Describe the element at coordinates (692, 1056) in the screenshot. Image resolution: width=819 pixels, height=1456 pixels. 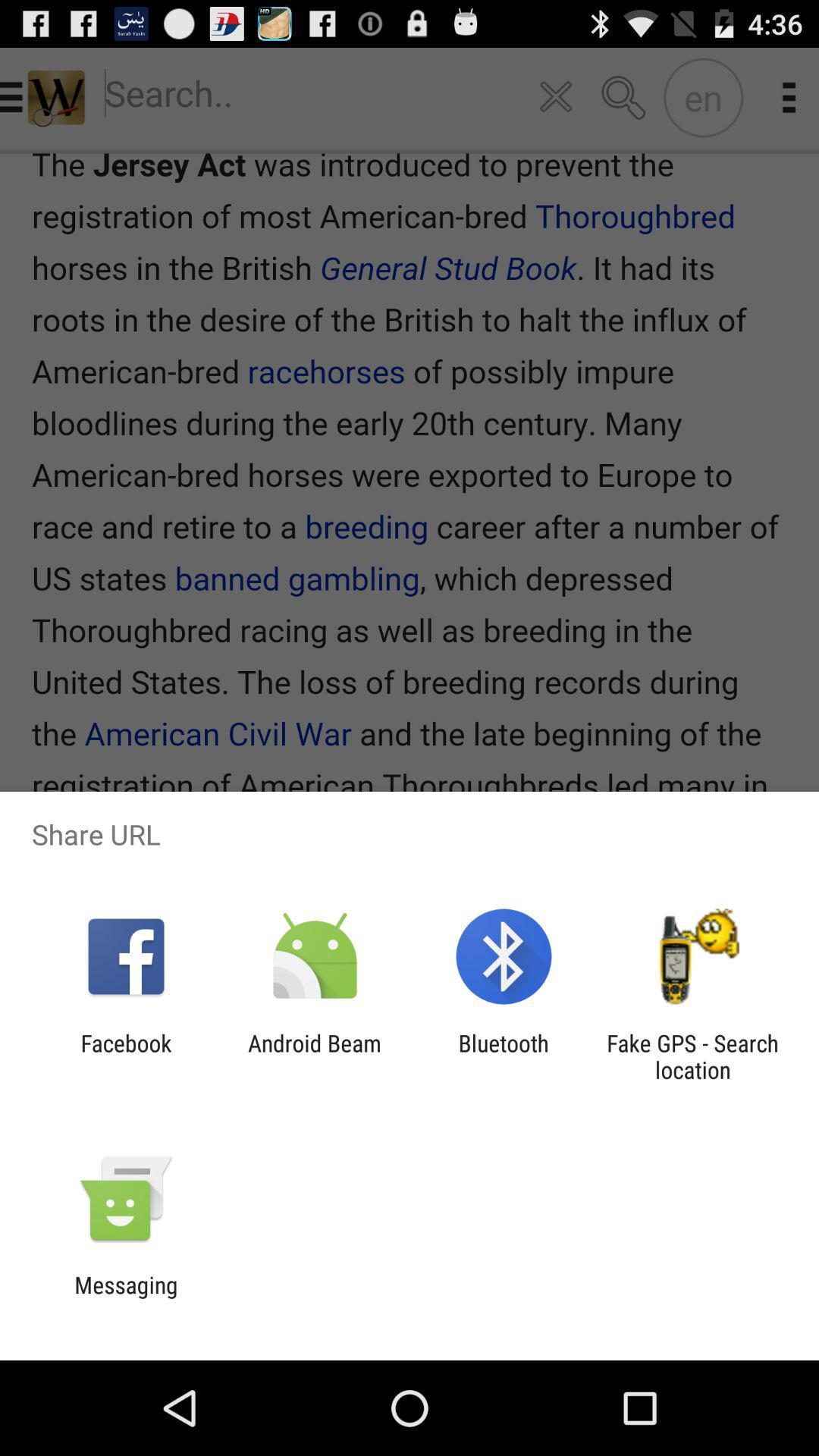
I see `item at the bottom right corner` at that location.